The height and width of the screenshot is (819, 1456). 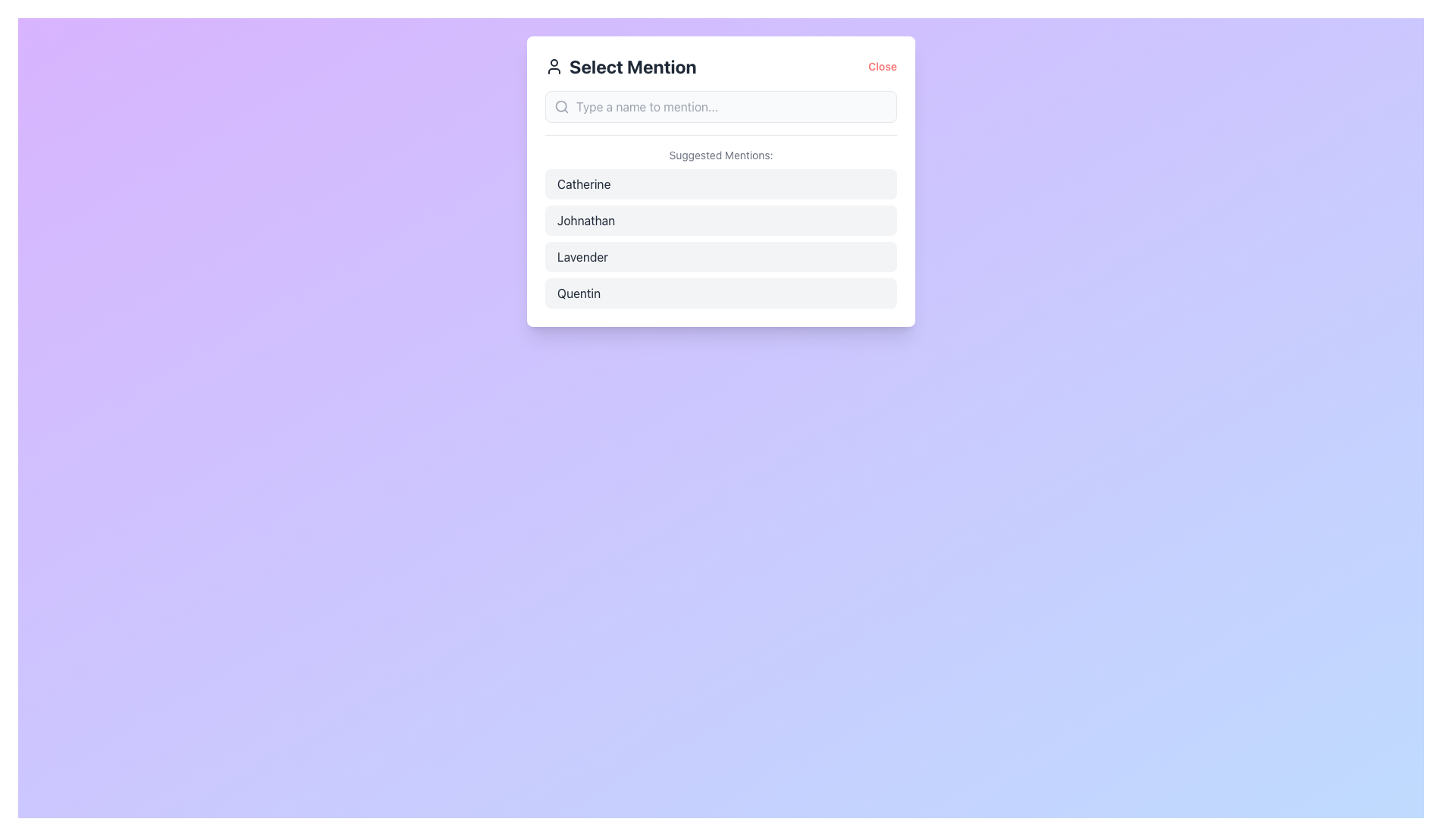 What do you see at coordinates (553, 66) in the screenshot?
I see `the user icon located at the top left of the modal interface, which is represented in a minimalist outline style` at bounding box center [553, 66].